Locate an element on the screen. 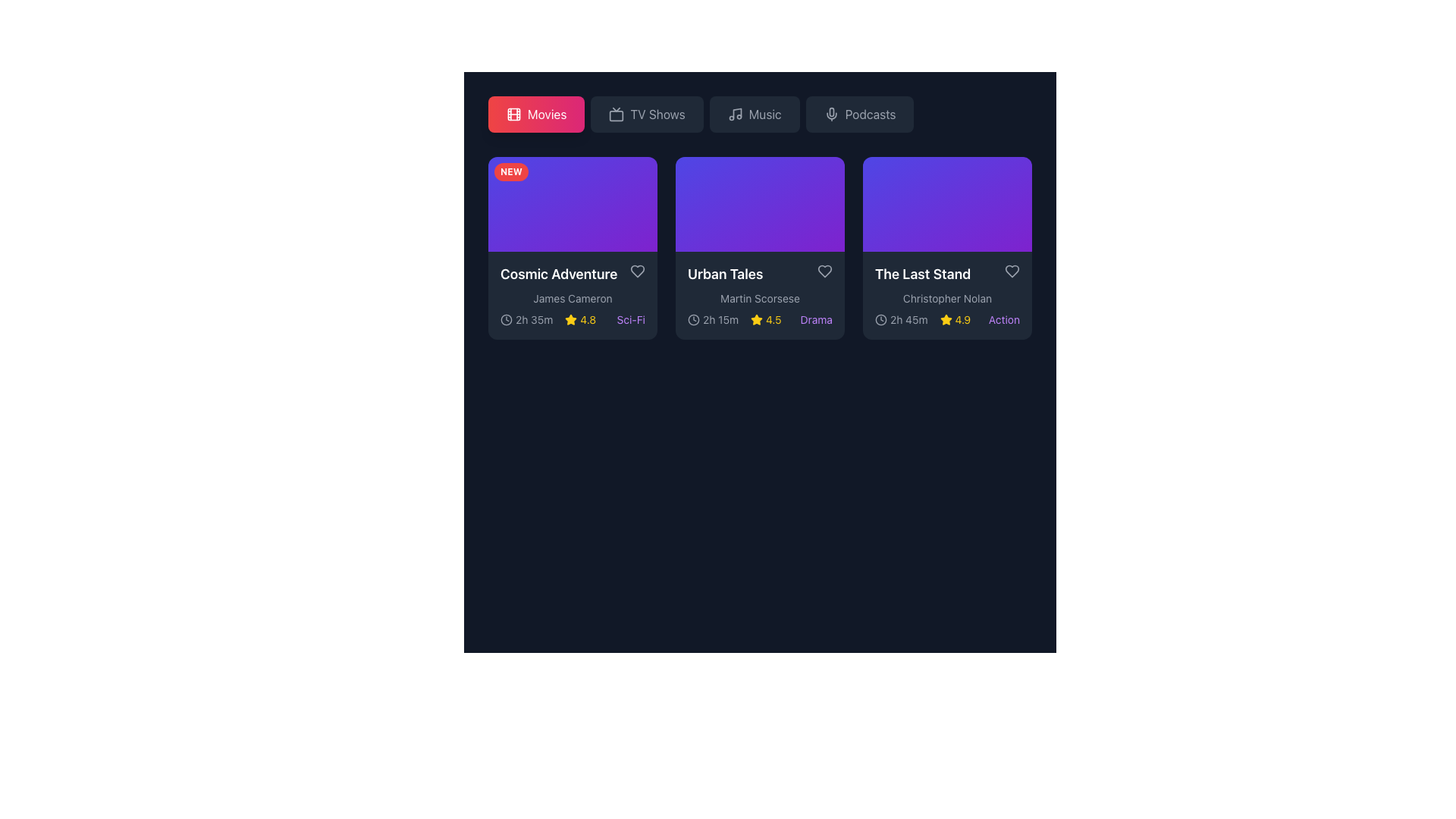  the musical note icon located in the navigation bar, which is inside the button labeled 'Music' and has a gray outline is located at coordinates (735, 113).